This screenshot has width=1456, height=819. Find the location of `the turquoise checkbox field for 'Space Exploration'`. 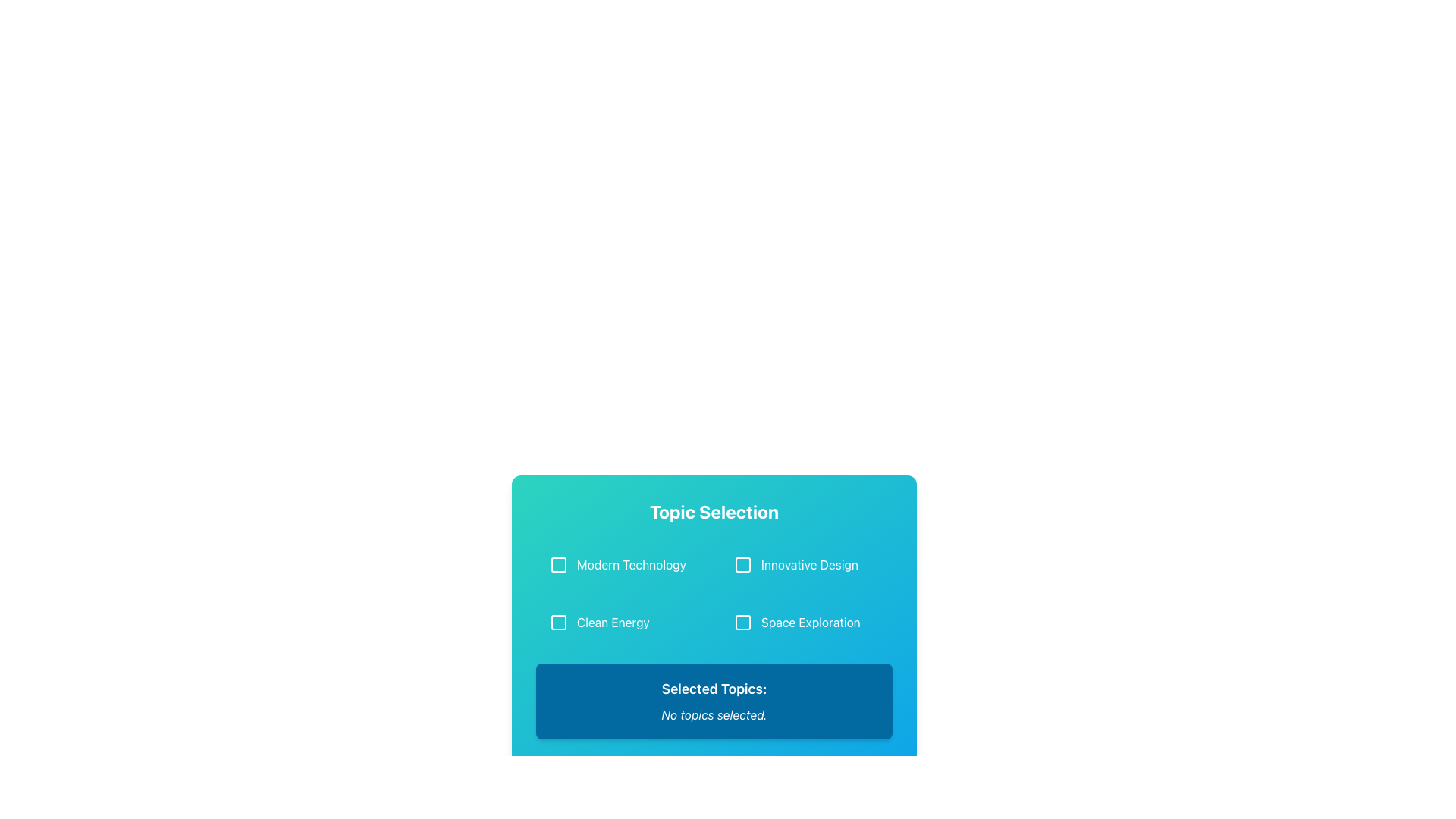

the turquoise checkbox field for 'Space Exploration' is located at coordinates (742, 623).